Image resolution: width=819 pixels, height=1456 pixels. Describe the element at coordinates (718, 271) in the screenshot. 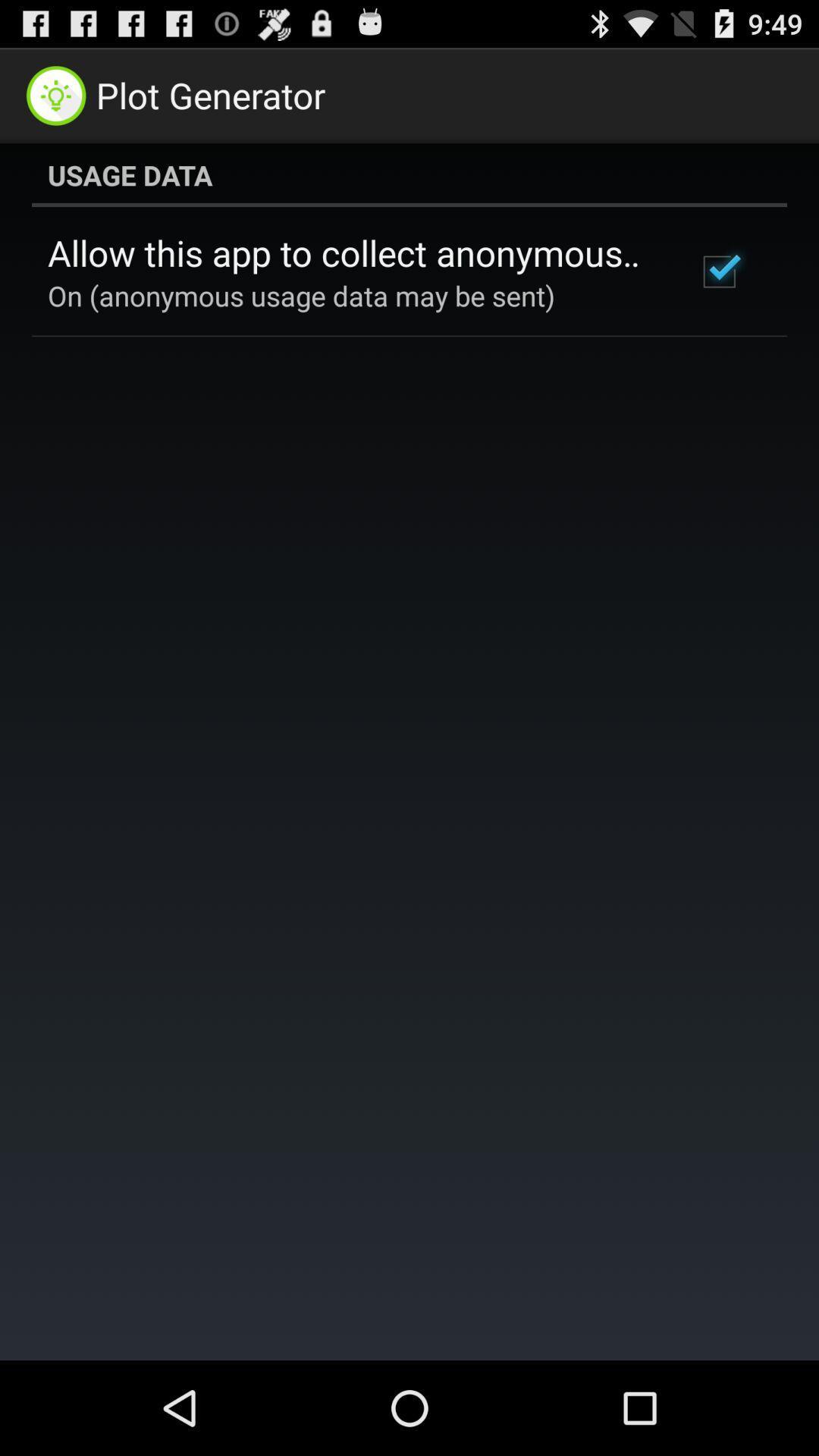

I see `icon to the right of allow this app item` at that location.